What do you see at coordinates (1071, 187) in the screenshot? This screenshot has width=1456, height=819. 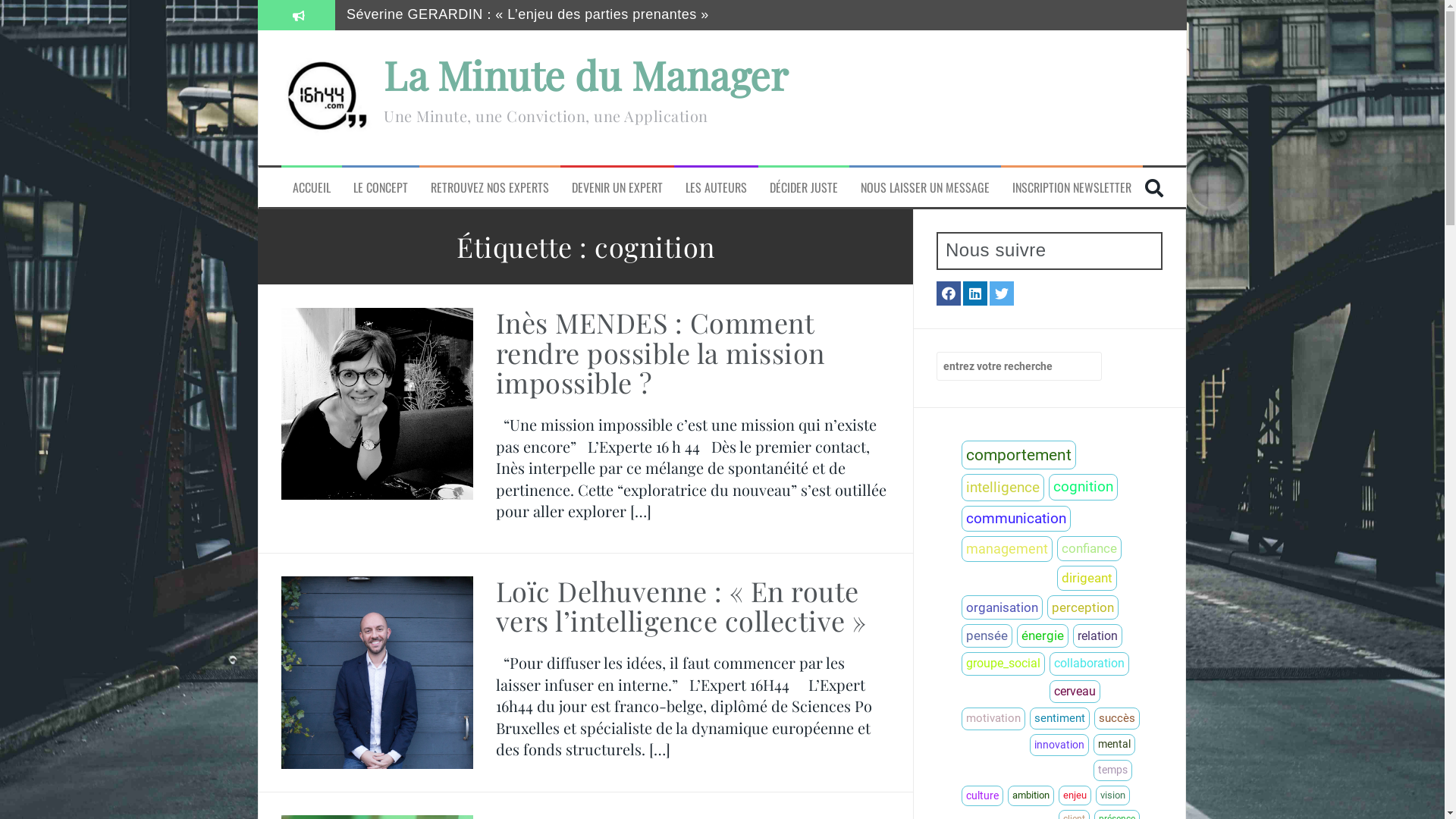 I see `'INSCRIPTION NEWSLETTER'` at bounding box center [1071, 187].